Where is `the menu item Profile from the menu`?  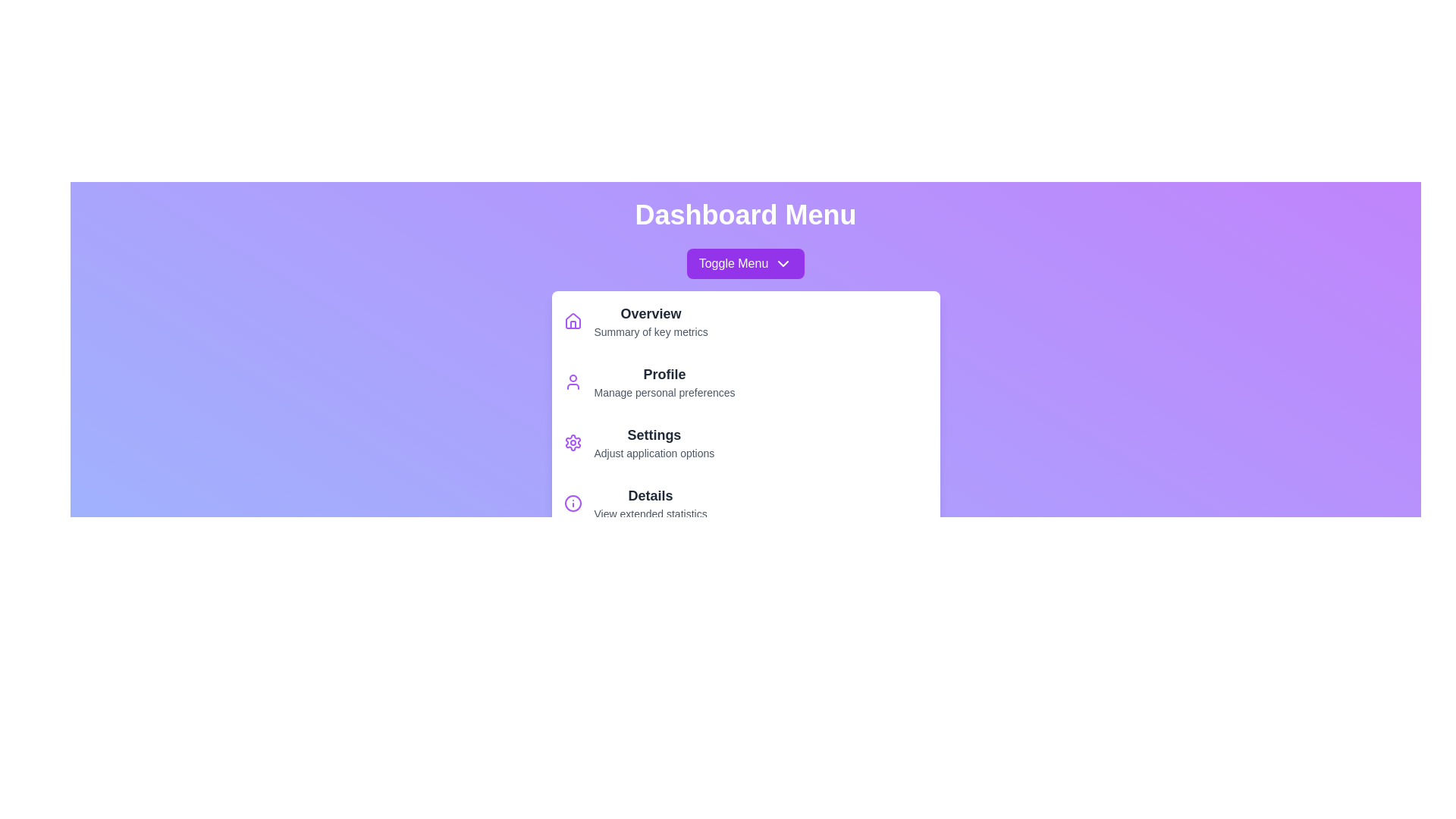
the menu item Profile from the menu is located at coordinates (745, 381).